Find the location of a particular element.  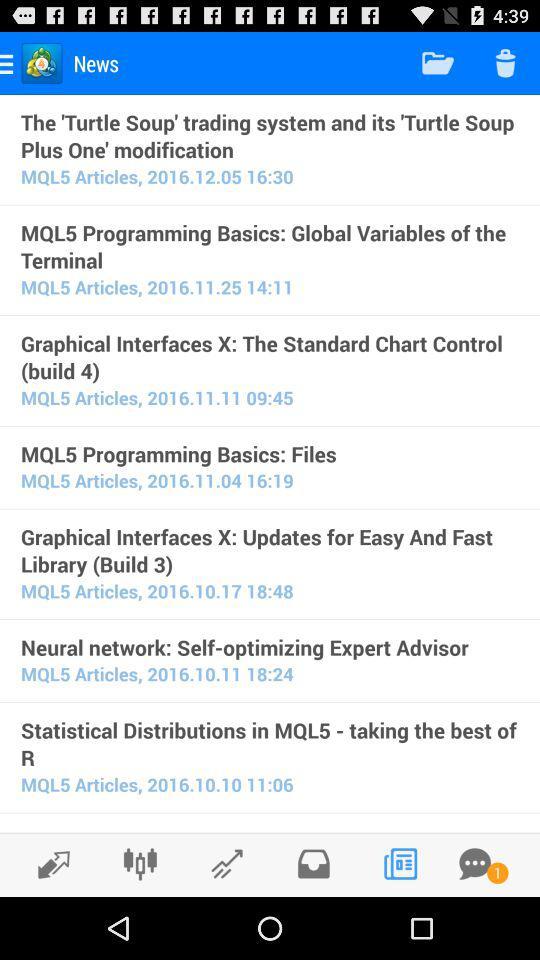

the quick evaluation of icon is located at coordinates (270, 829).